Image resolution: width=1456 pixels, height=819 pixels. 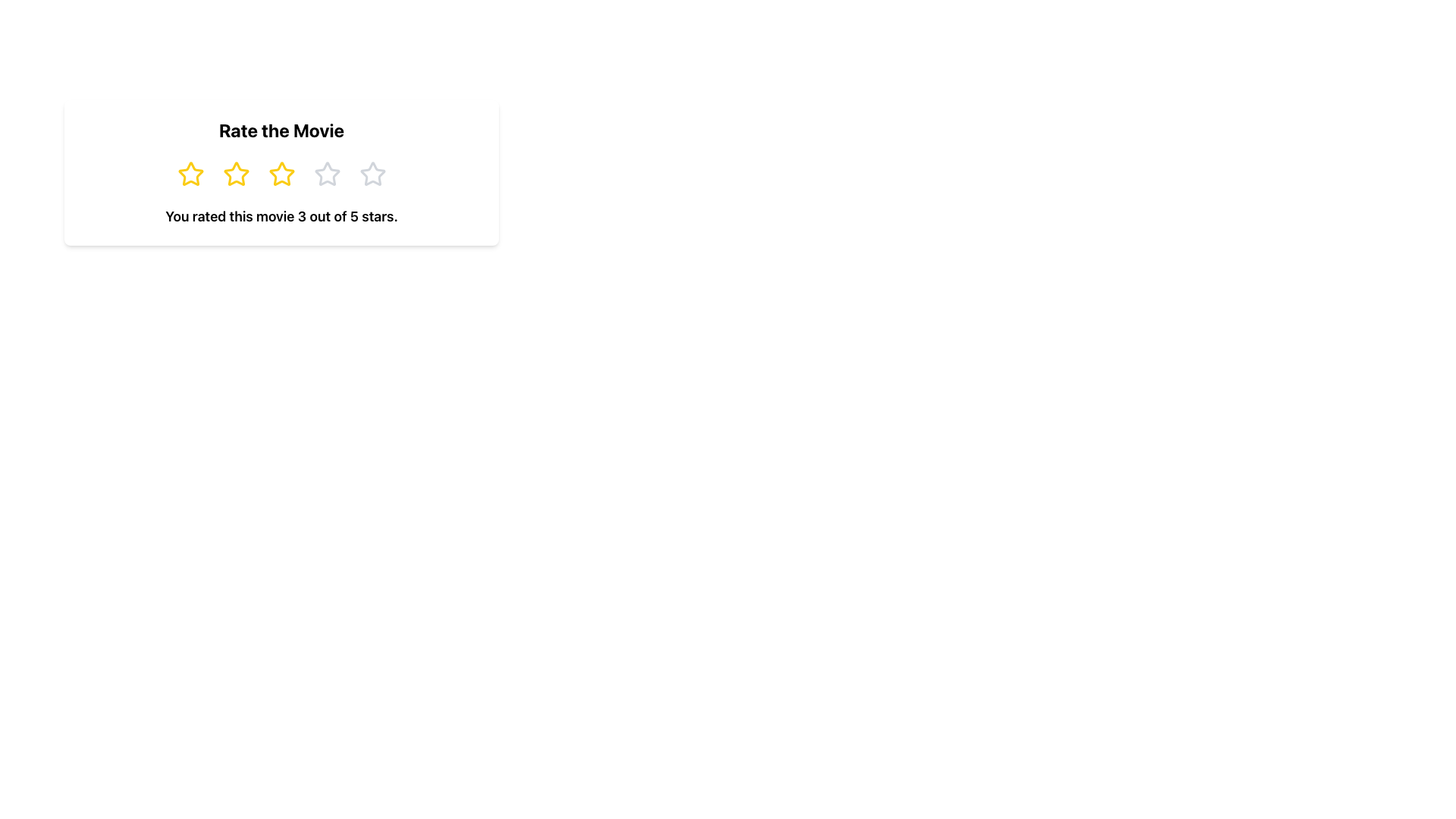 I want to click on the highlighted yellow star icon, which is the second star in the horizontal row of five stars in the rating widget, so click(x=235, y=174).